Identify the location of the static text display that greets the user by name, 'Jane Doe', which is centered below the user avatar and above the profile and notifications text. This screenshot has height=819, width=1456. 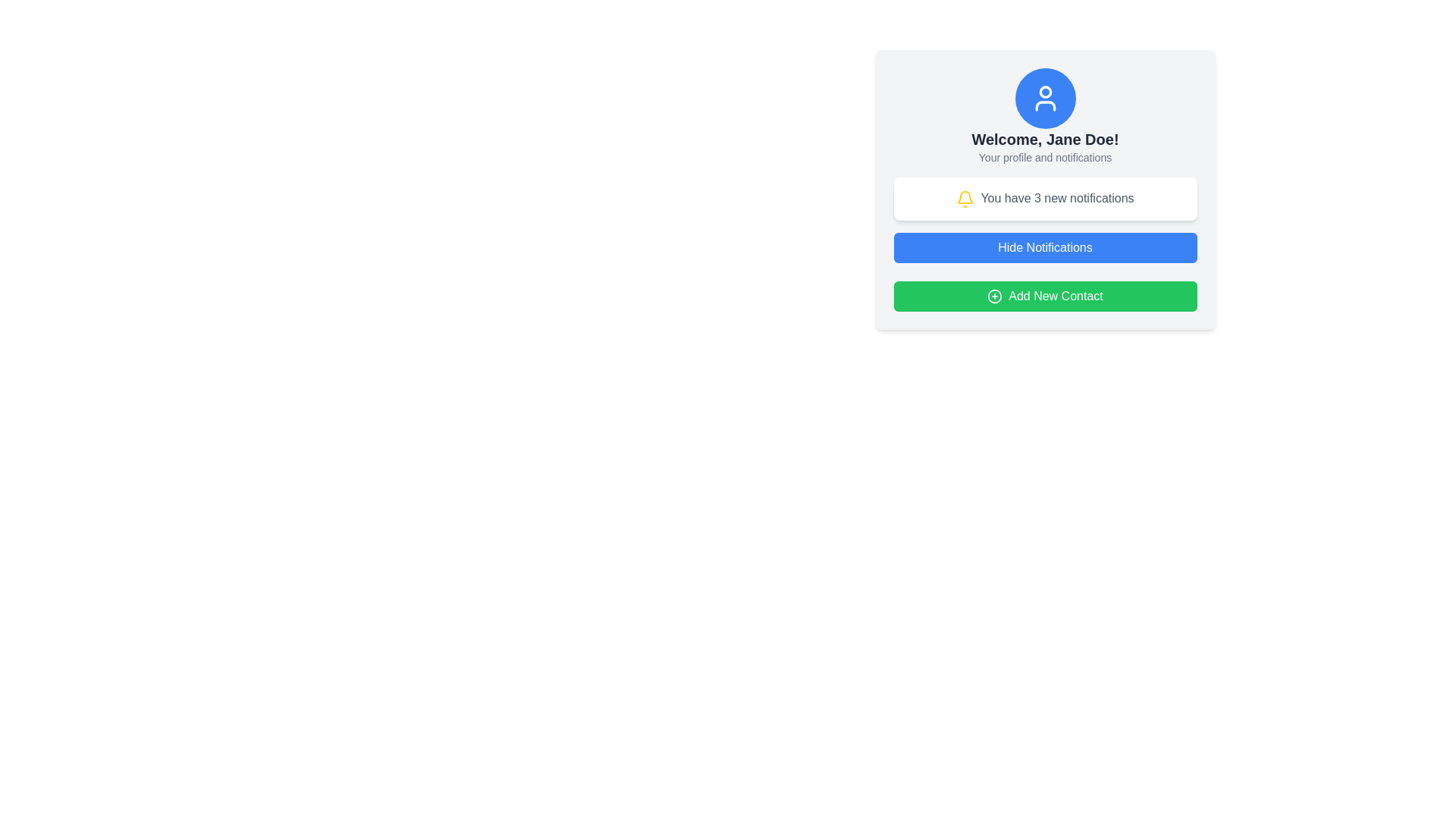
(1044, 140).